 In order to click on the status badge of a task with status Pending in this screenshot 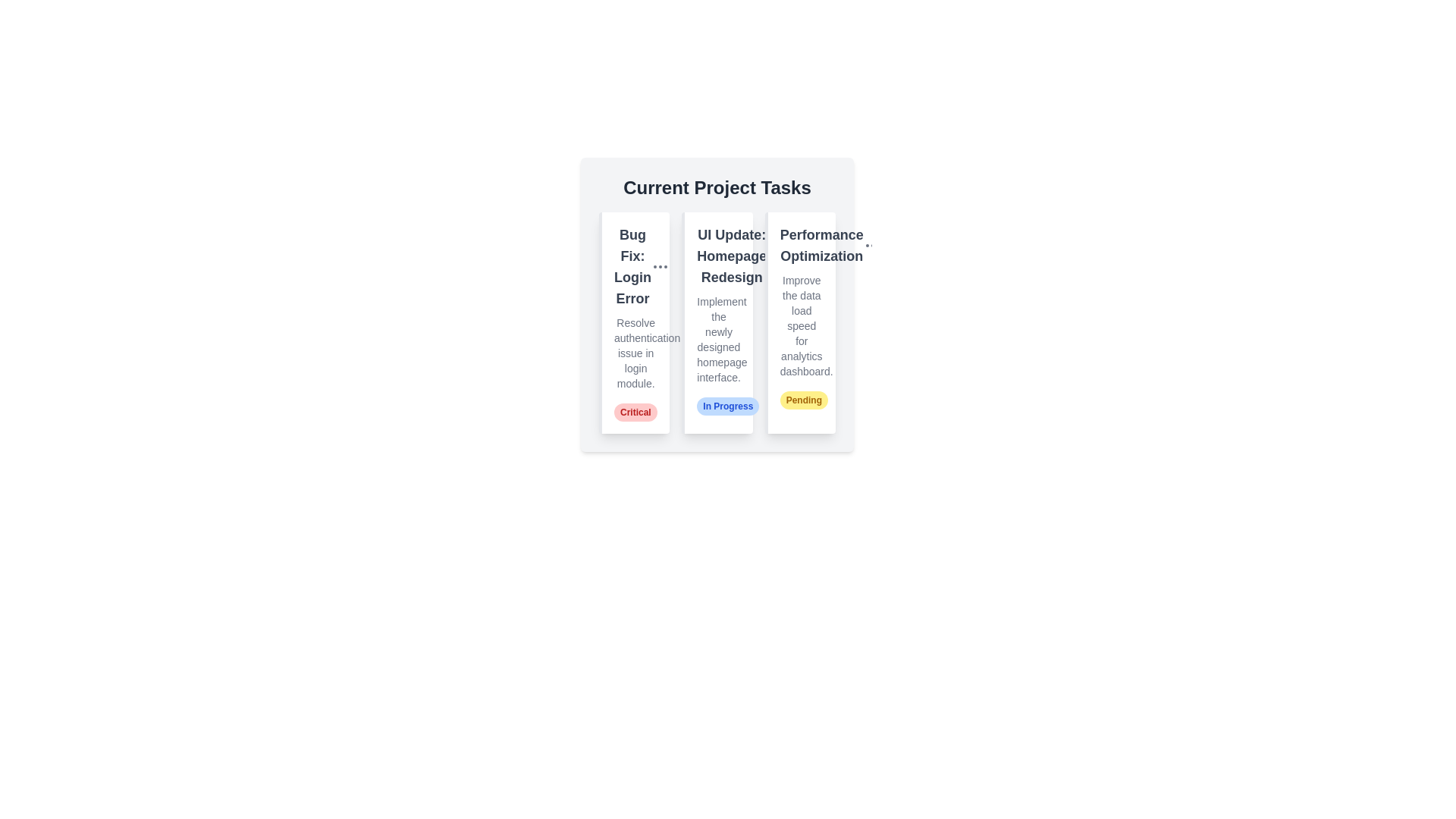, I will do `click(803, 400)`.